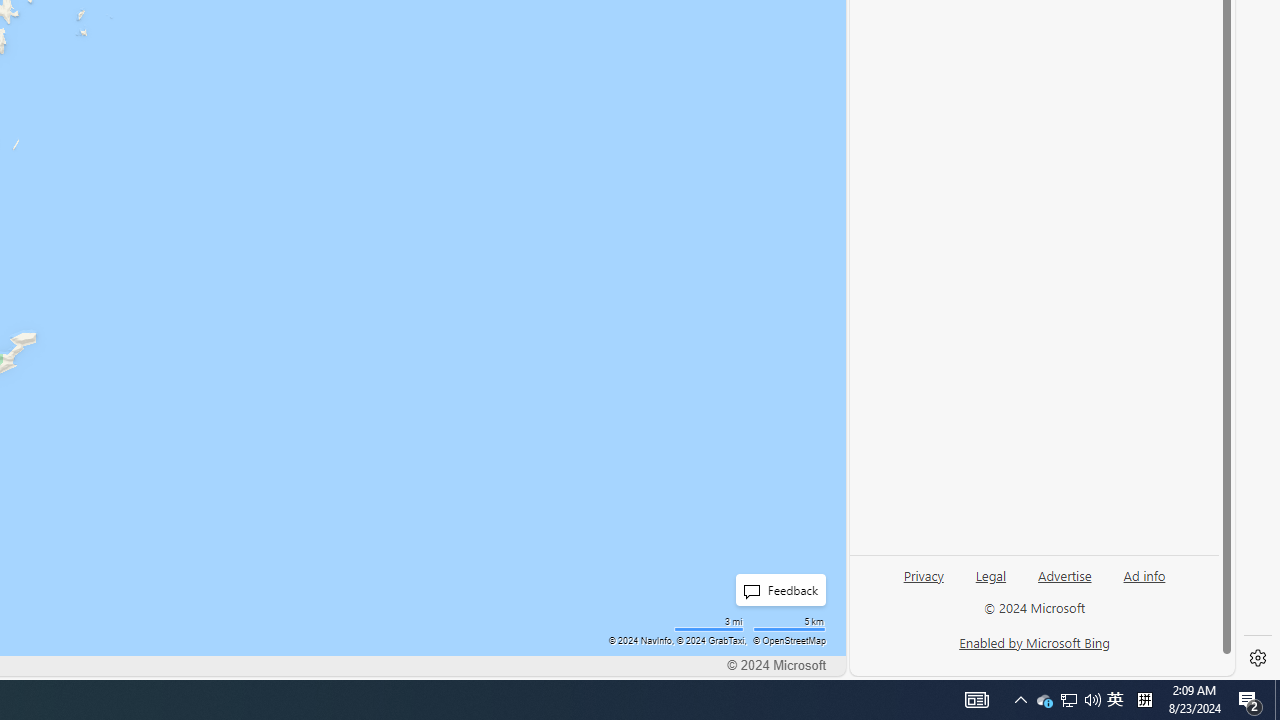 The image size is (1280, 720). What do you see at coordinates (774, 589) in the screenshot?
I see `'Feedback'` at bounding box center [774, 589].